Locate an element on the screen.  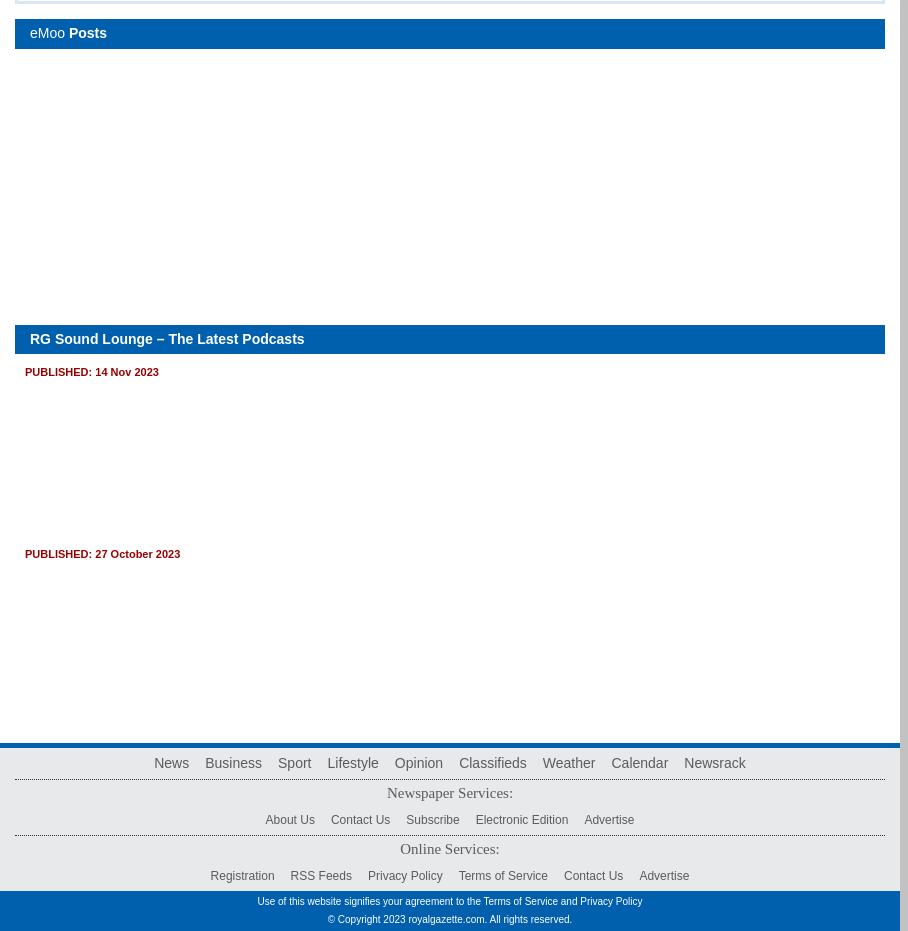
'Electronic Edition' is located at coordinates (521, 819).